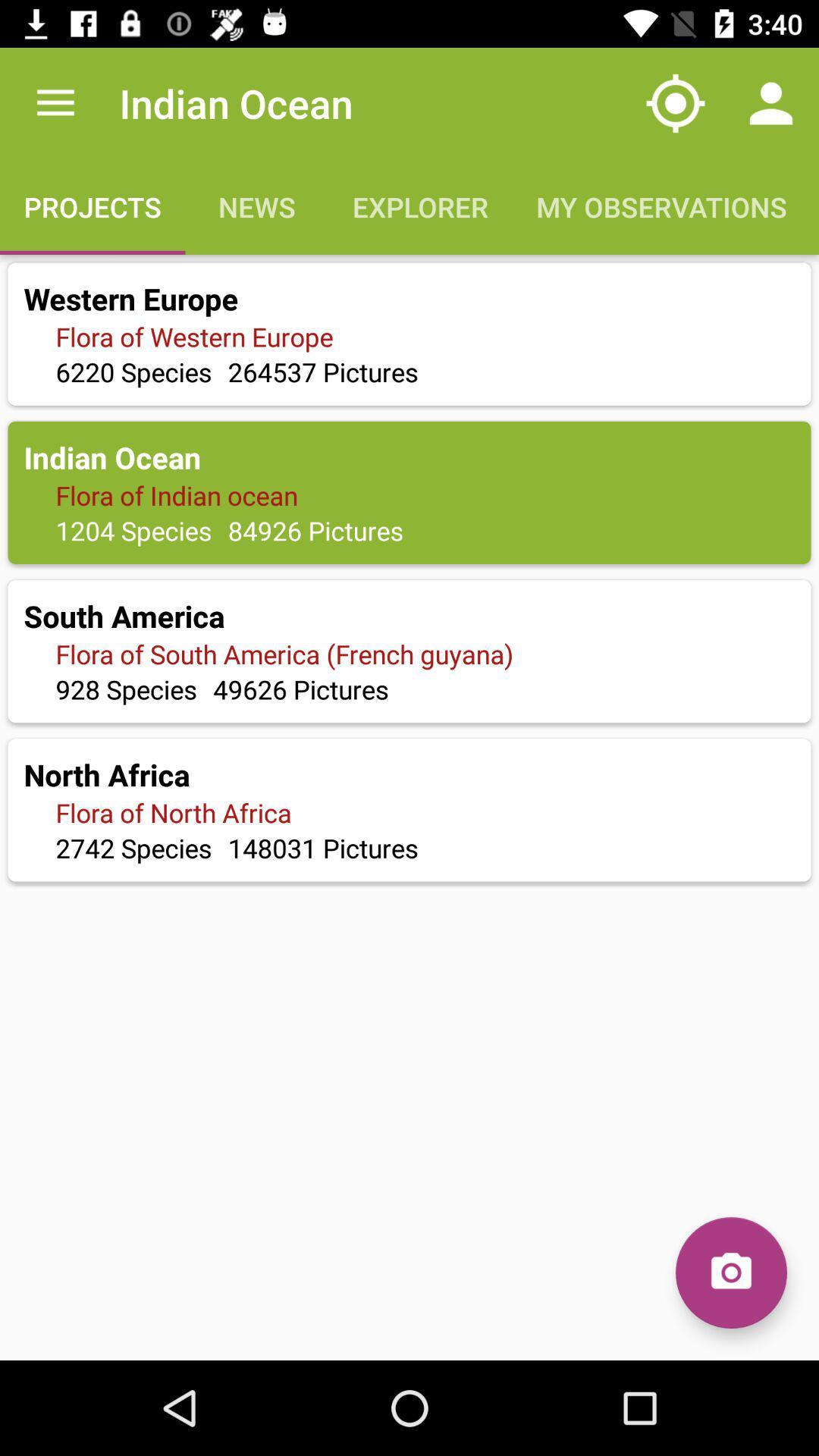  I want to click on icon at the bottom right corner, so click(730, 1272).